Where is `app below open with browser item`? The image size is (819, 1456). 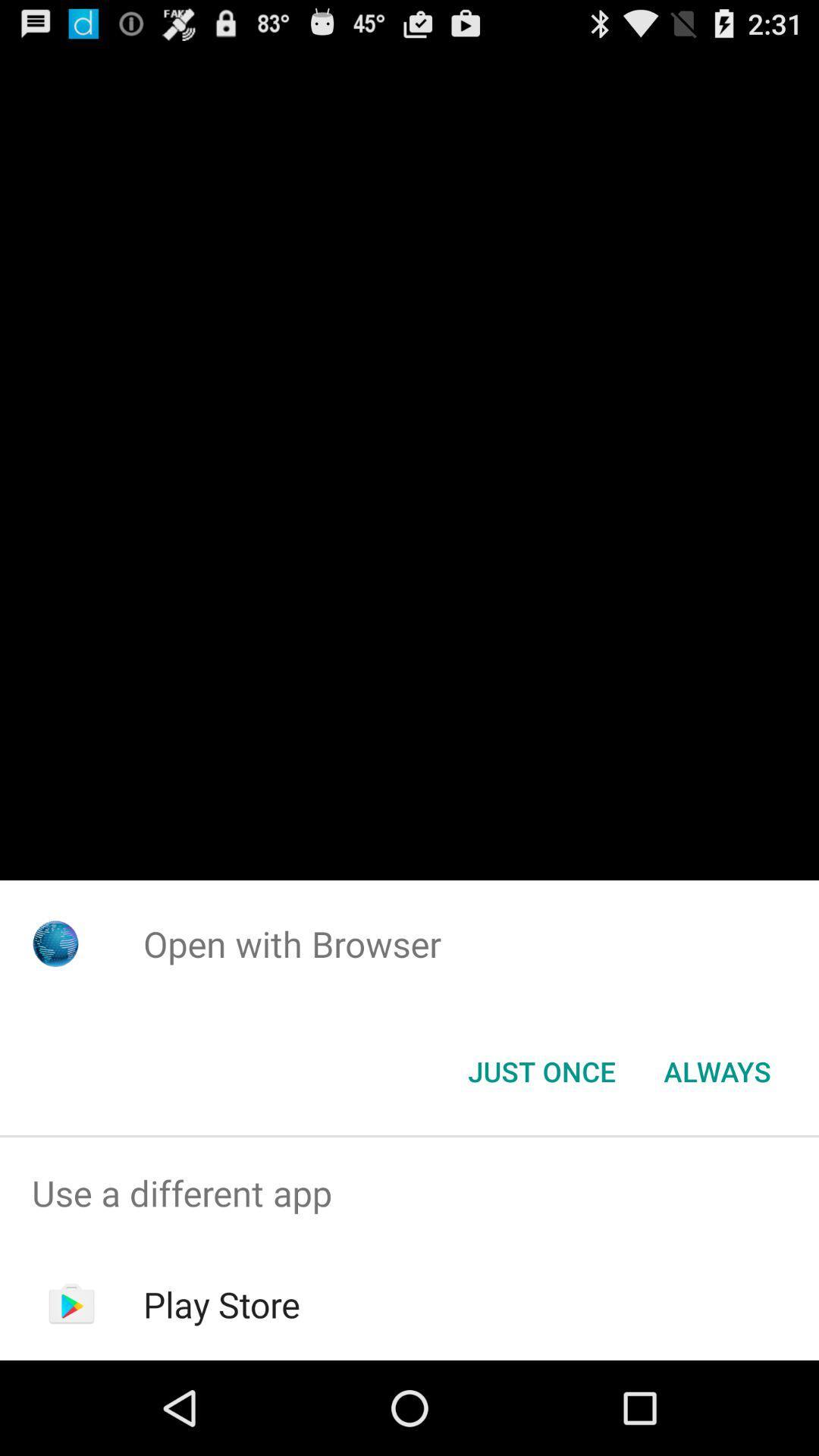 app below open with browser item is located at coordinates (717, 1070).